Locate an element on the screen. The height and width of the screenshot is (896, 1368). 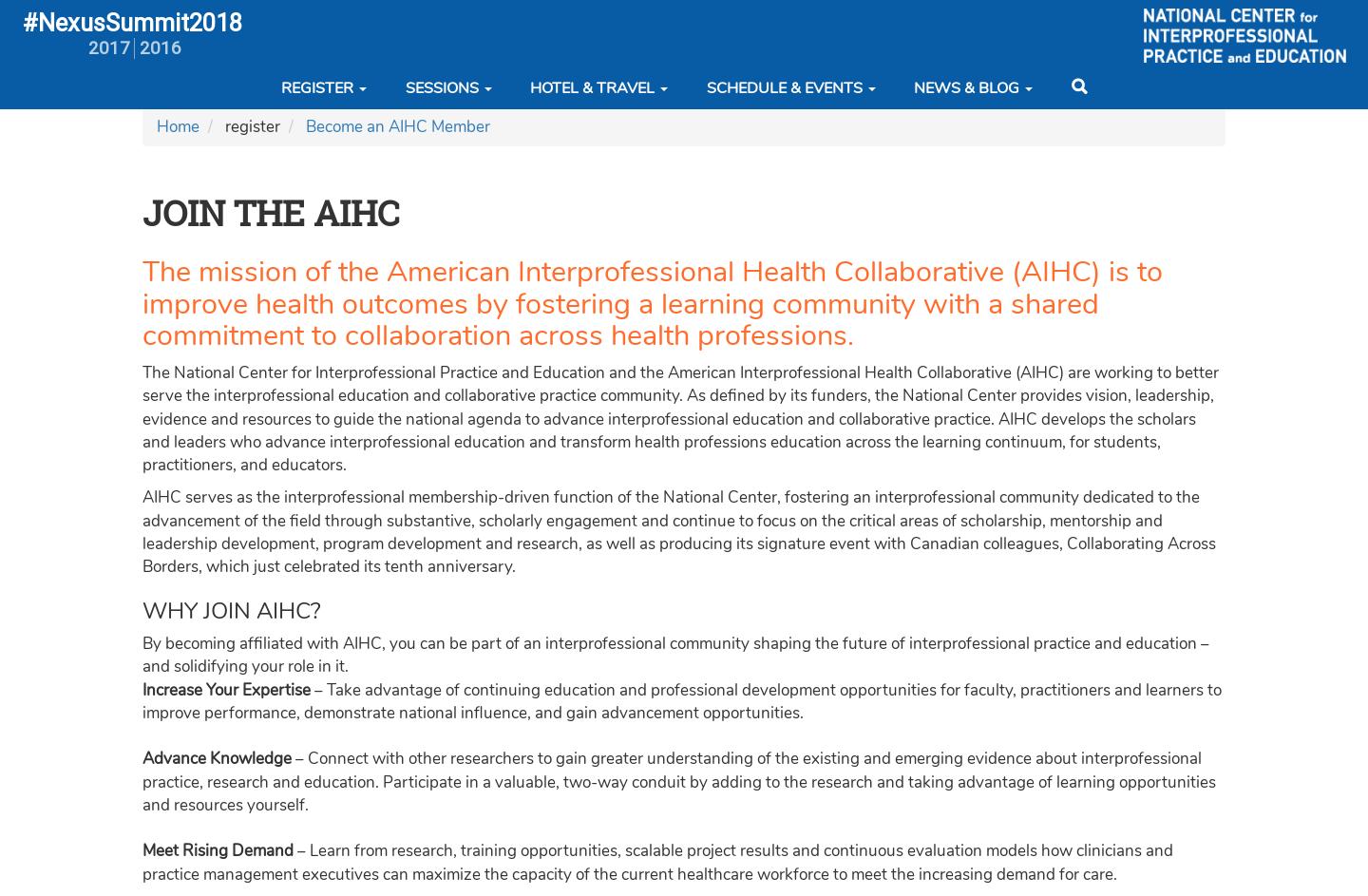
'Advance Knowledge' is located at coordinates (217, 757).